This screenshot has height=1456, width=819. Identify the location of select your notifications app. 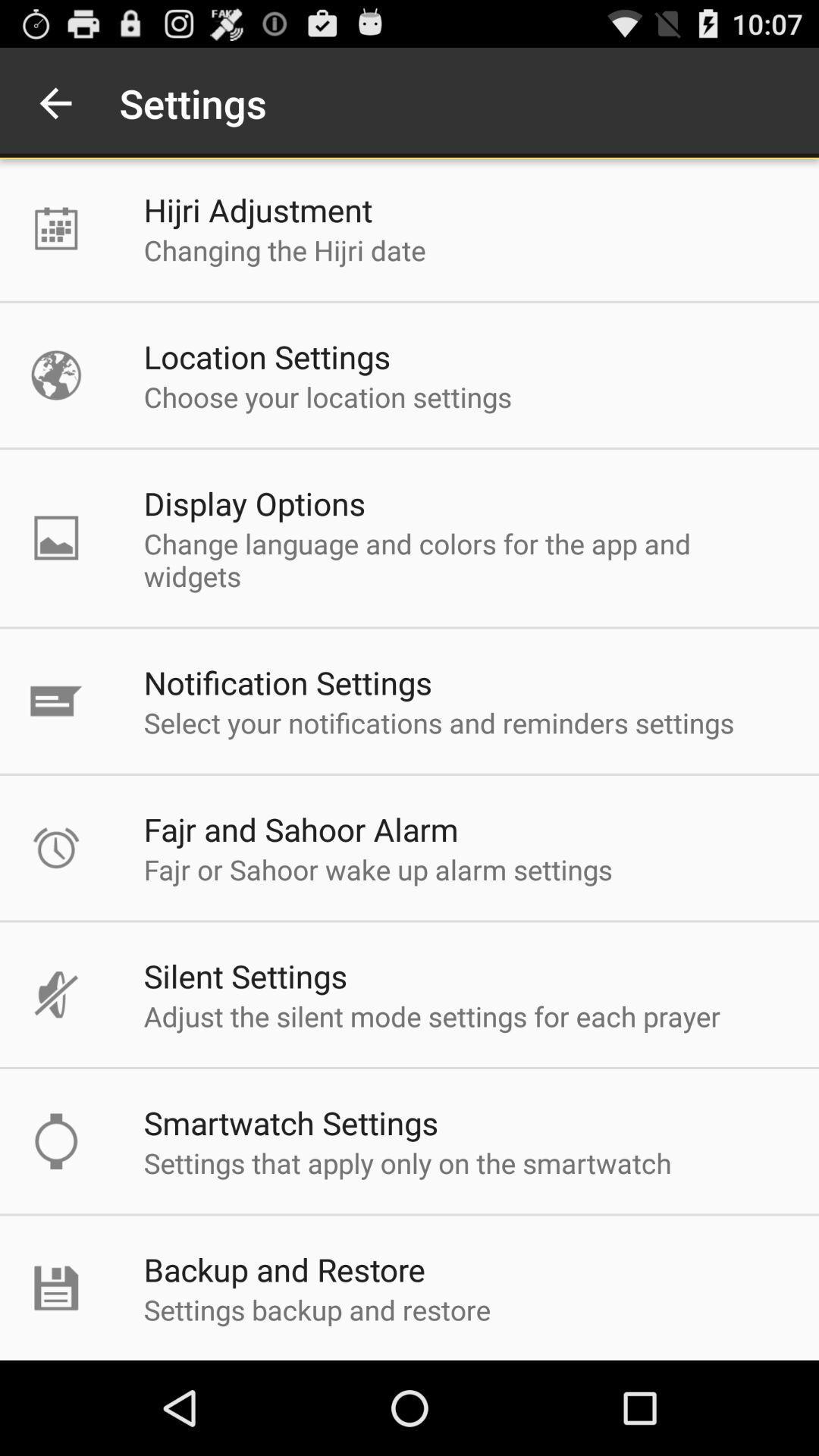
(438, 722).